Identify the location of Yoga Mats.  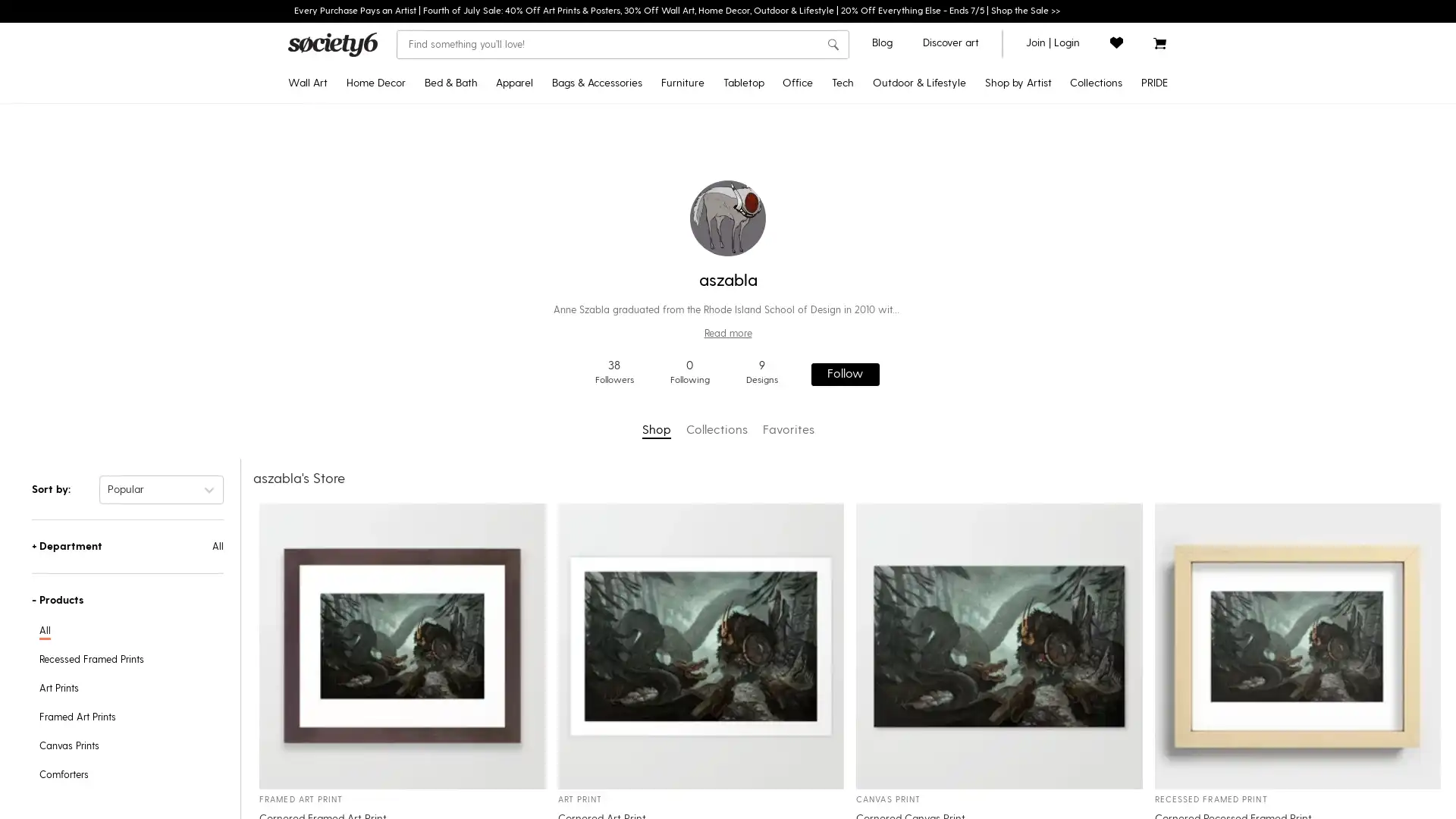
(939, 146).